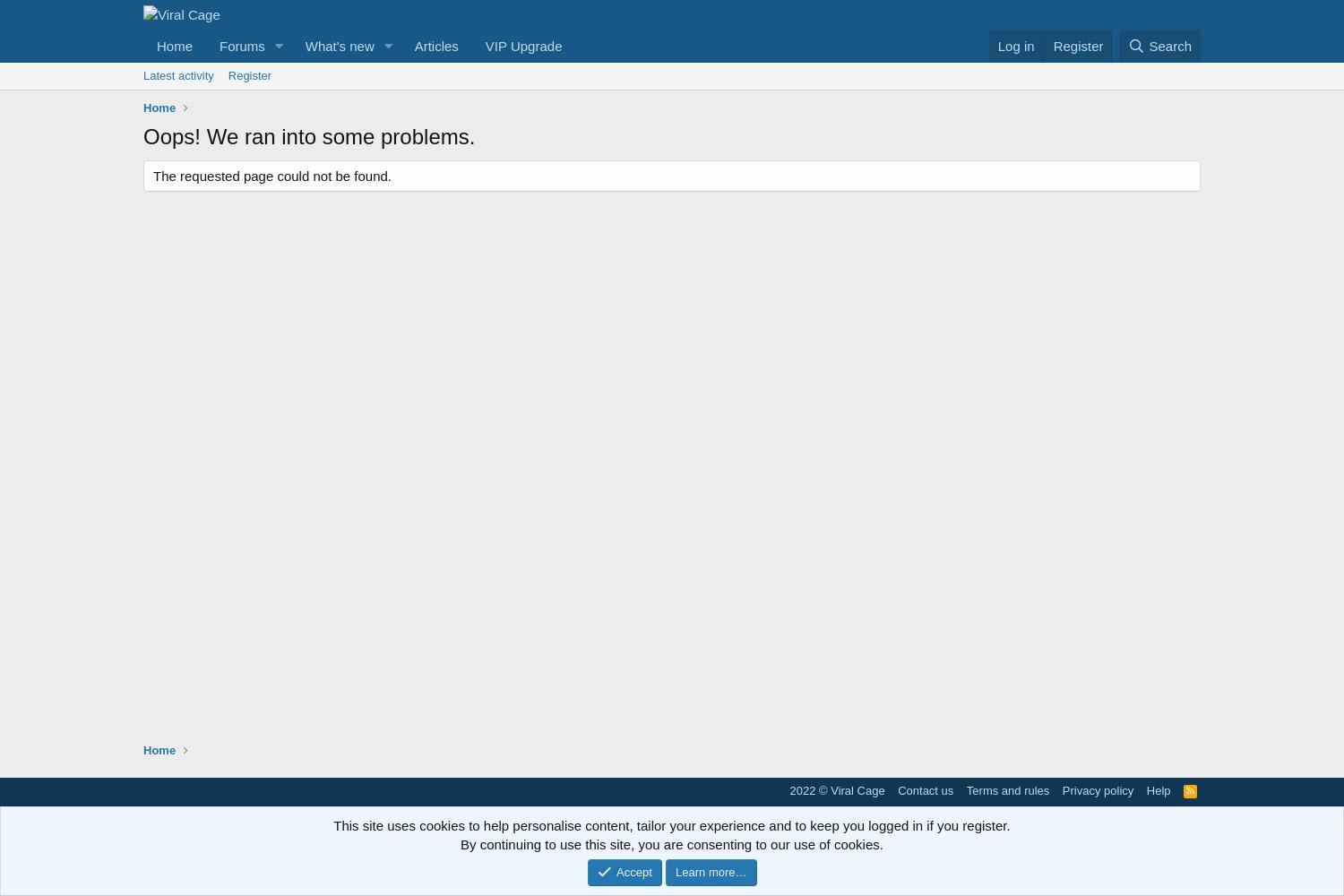  Describe the element at coordinates (837, 789) in the screenshot. I see `'2022 © Viral Cage'` at that location.